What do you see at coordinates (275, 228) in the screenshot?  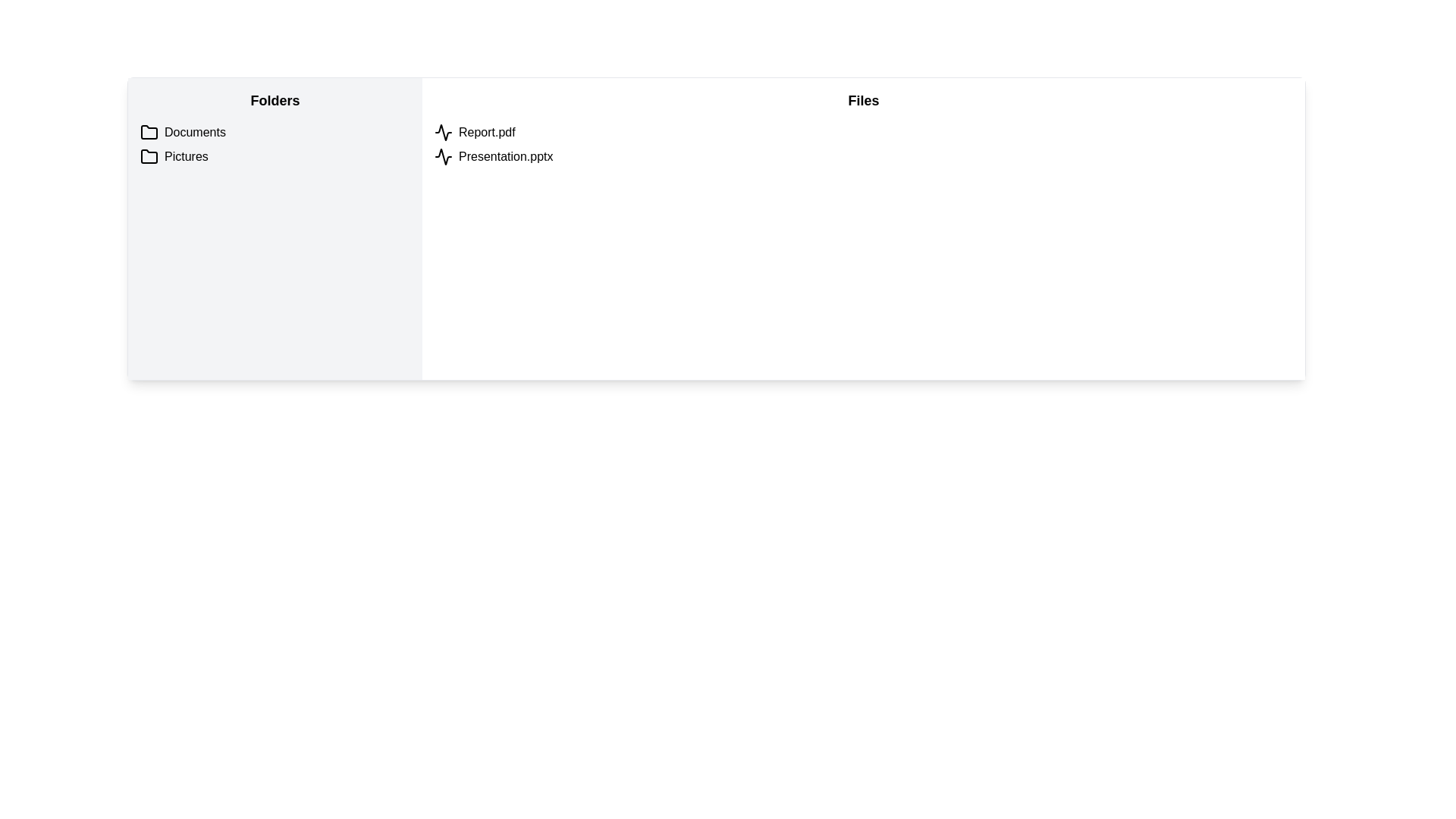 I see `the directory navigation pane element located on the leftmost quarter of the layout, which is used for categorizing folders` at bounding box center [275, 228].